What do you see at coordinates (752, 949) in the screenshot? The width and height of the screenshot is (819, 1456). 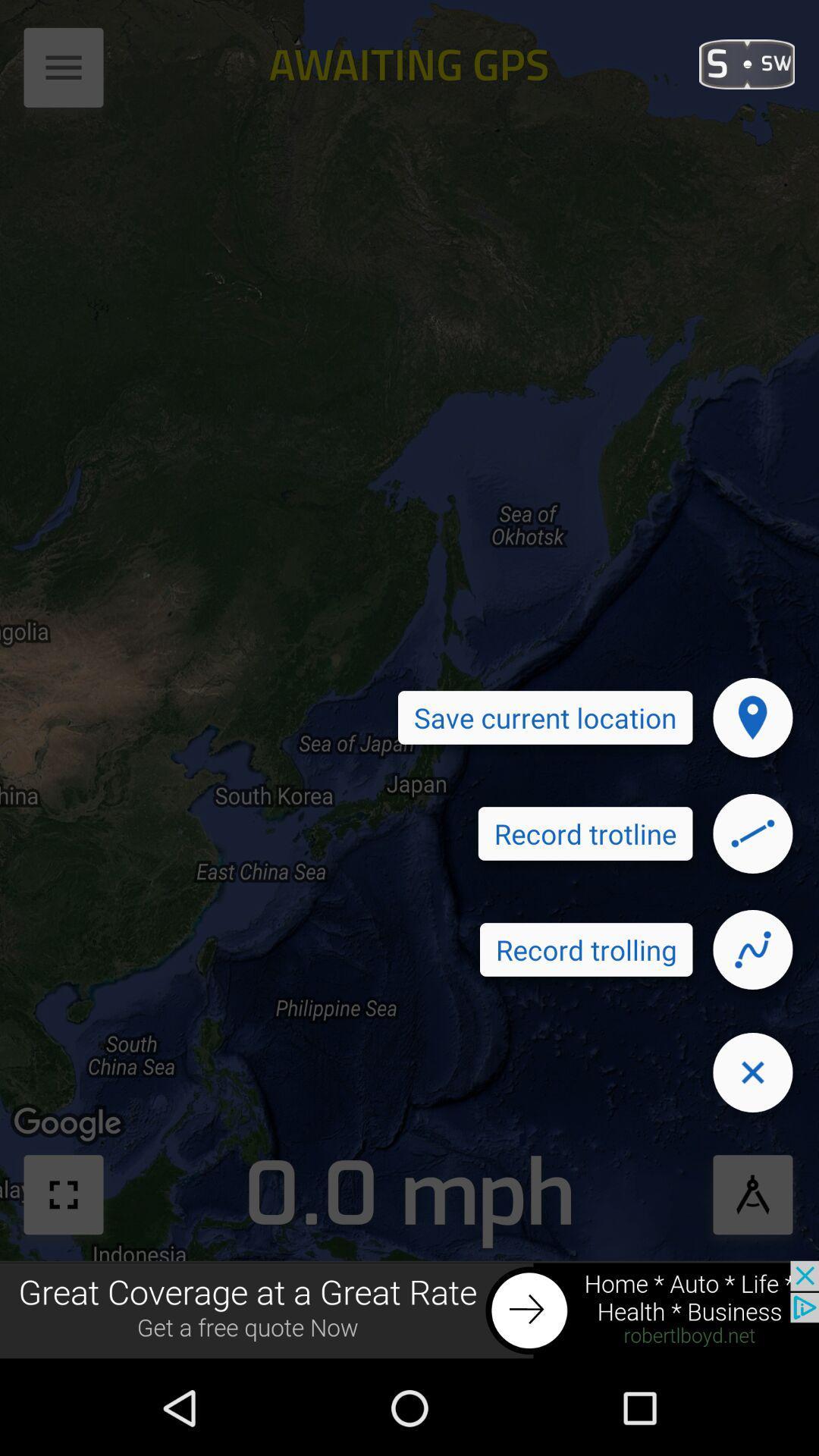 I see `for record trolling` at bounding box center [752, 949].